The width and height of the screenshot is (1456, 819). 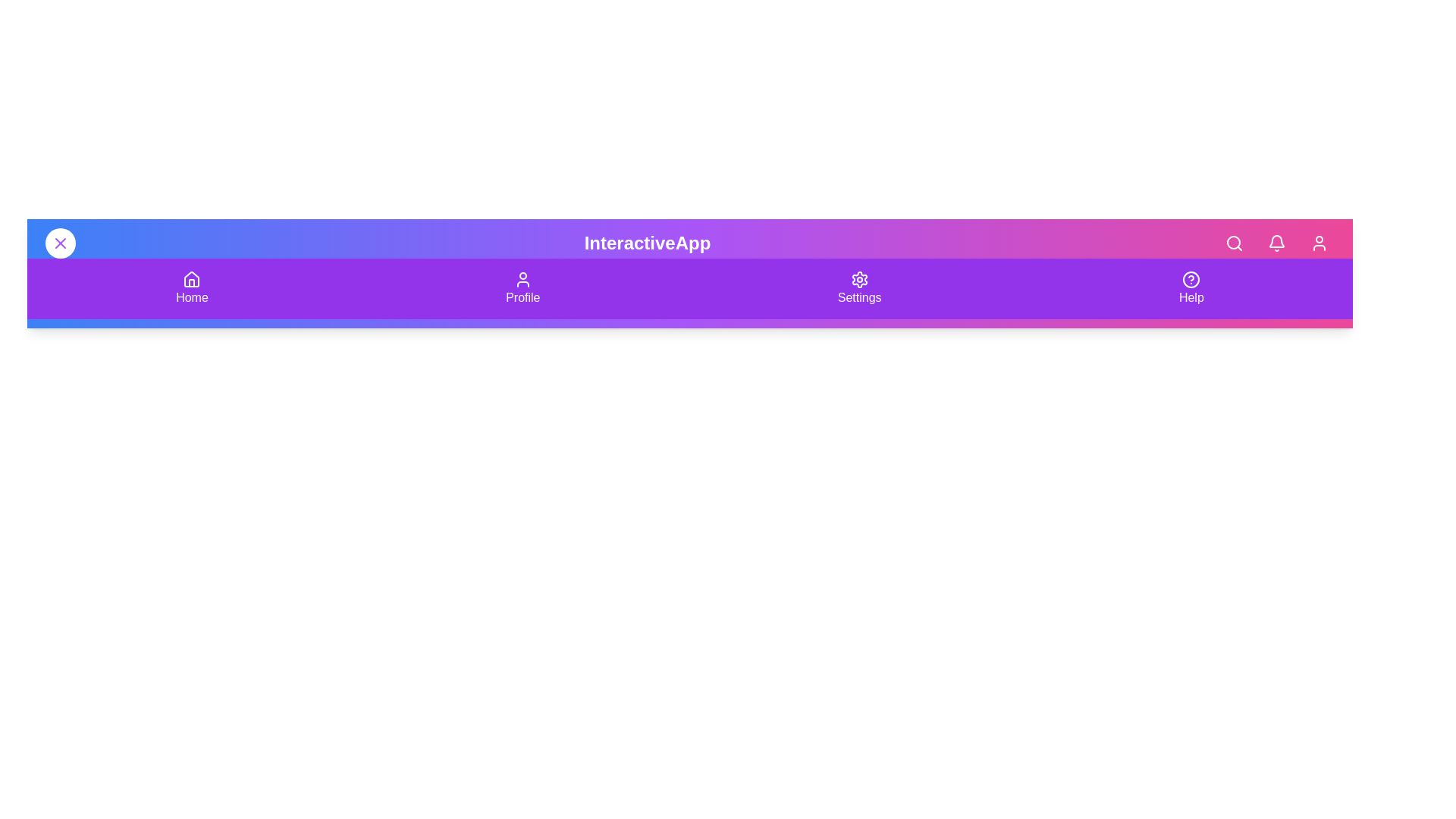 What do you see at coordinates (858, 289) in the screenshot?
I see `the navigation menu item Settings` at bounding box center [858, 289].